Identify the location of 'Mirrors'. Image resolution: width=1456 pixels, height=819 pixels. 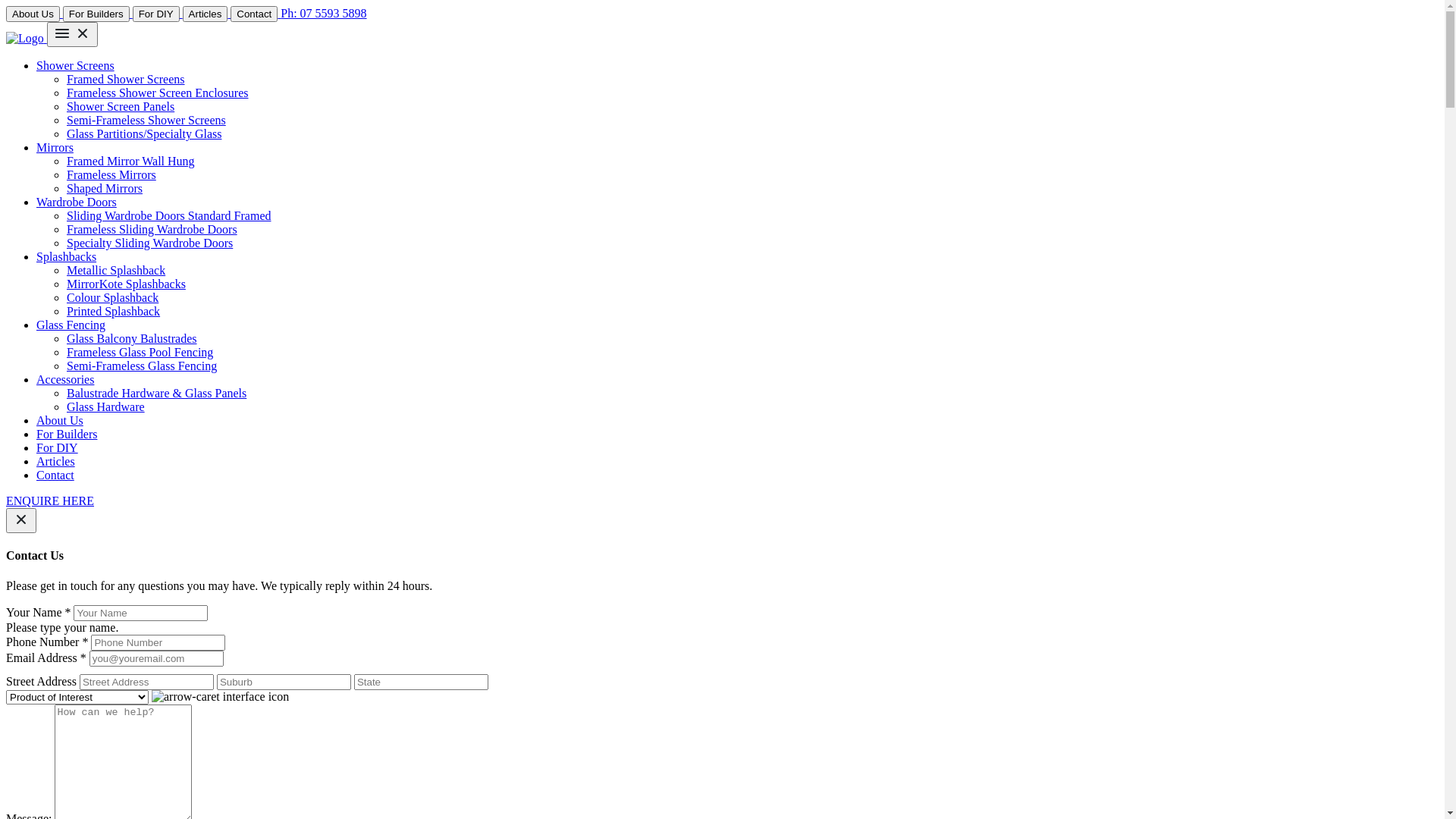
(36, 147).